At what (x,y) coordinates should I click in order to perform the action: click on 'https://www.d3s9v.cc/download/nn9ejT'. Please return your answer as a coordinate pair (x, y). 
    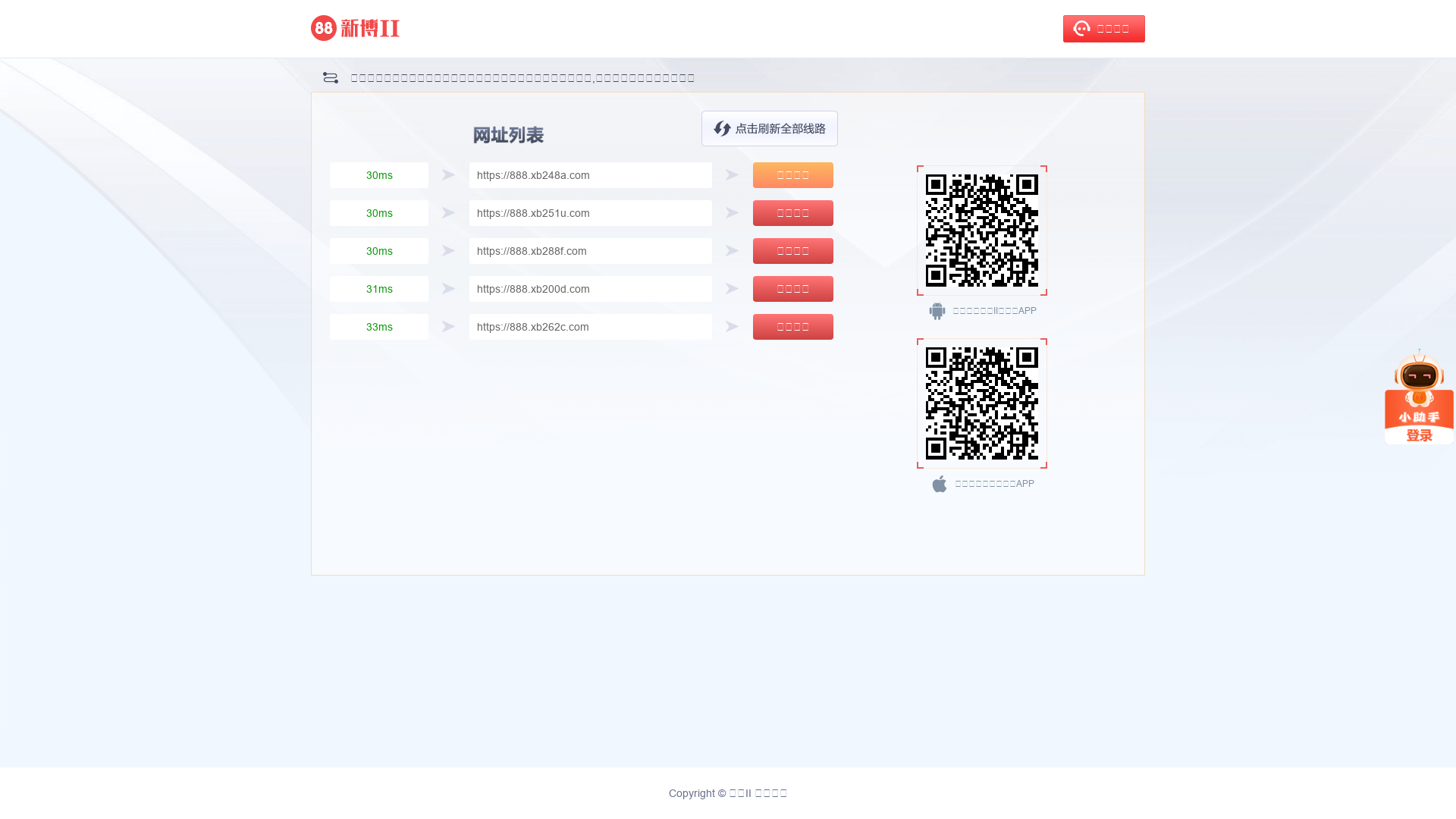
    Looking at the image, I should click on (982, 231).